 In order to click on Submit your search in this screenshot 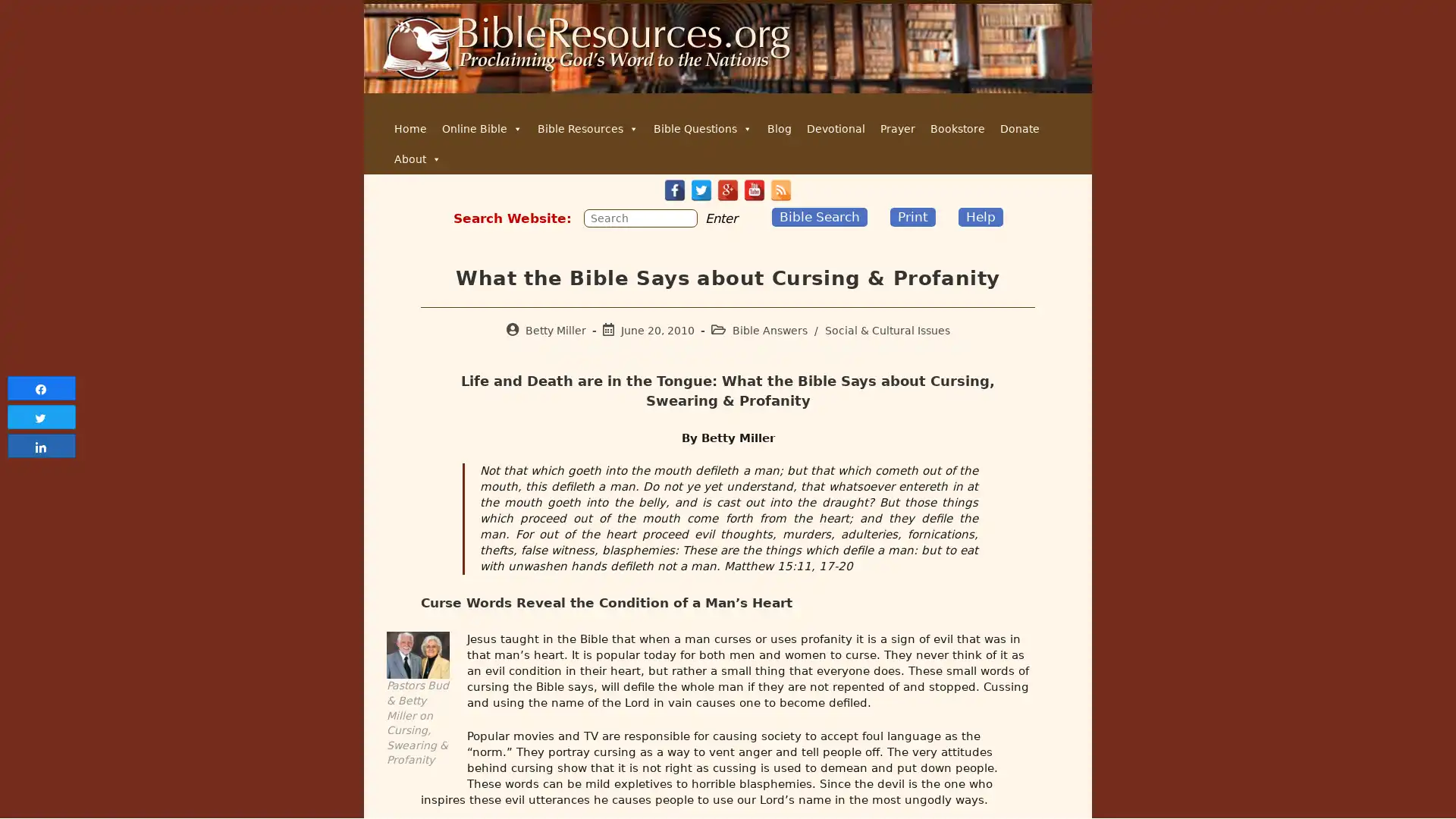, I will do `click(680, 217)`.